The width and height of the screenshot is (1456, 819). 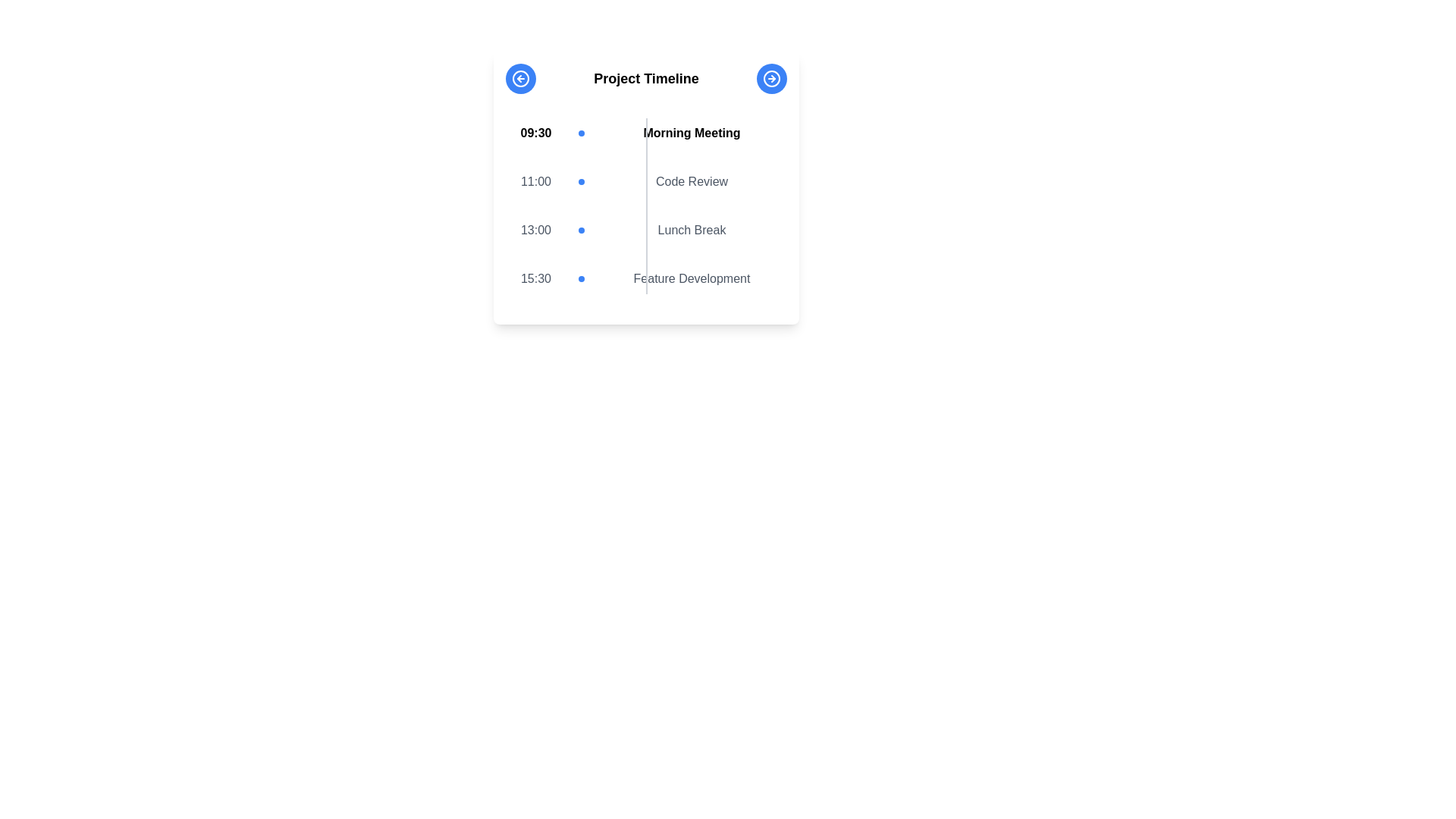 What do you see at coordinates (535, 231) in the screenshot?
I see `the time displayed in the text label showing '13:00', which is positioned in the third row of the schedule layout as the first subcomponent describing 'Lunch Break'` at bounding box center [535, 231].